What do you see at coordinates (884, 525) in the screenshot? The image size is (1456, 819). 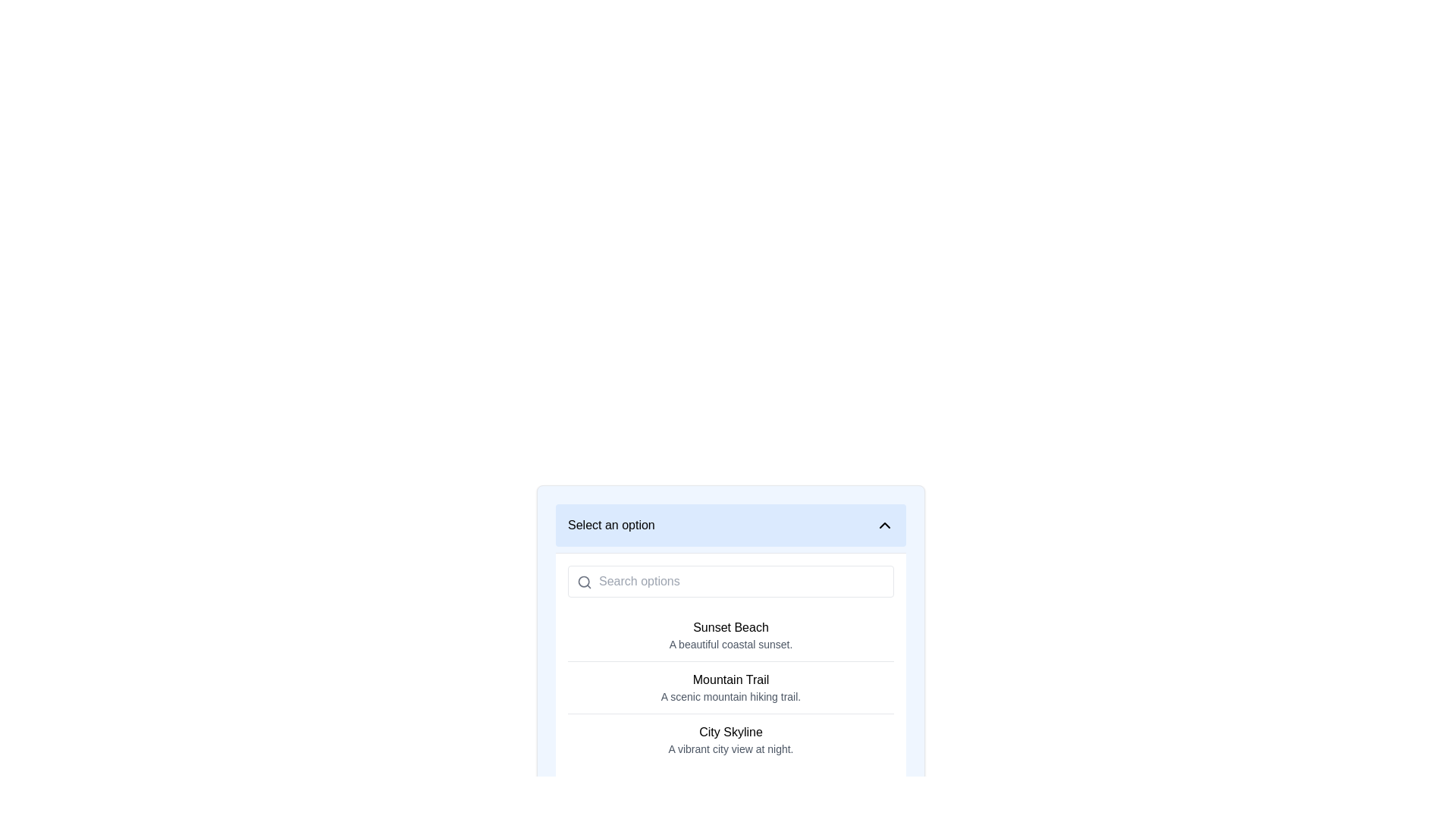 I see `the toggle icon located on the right side of the 'Select an option' dropdown menu` at bounding box center [884, 525].